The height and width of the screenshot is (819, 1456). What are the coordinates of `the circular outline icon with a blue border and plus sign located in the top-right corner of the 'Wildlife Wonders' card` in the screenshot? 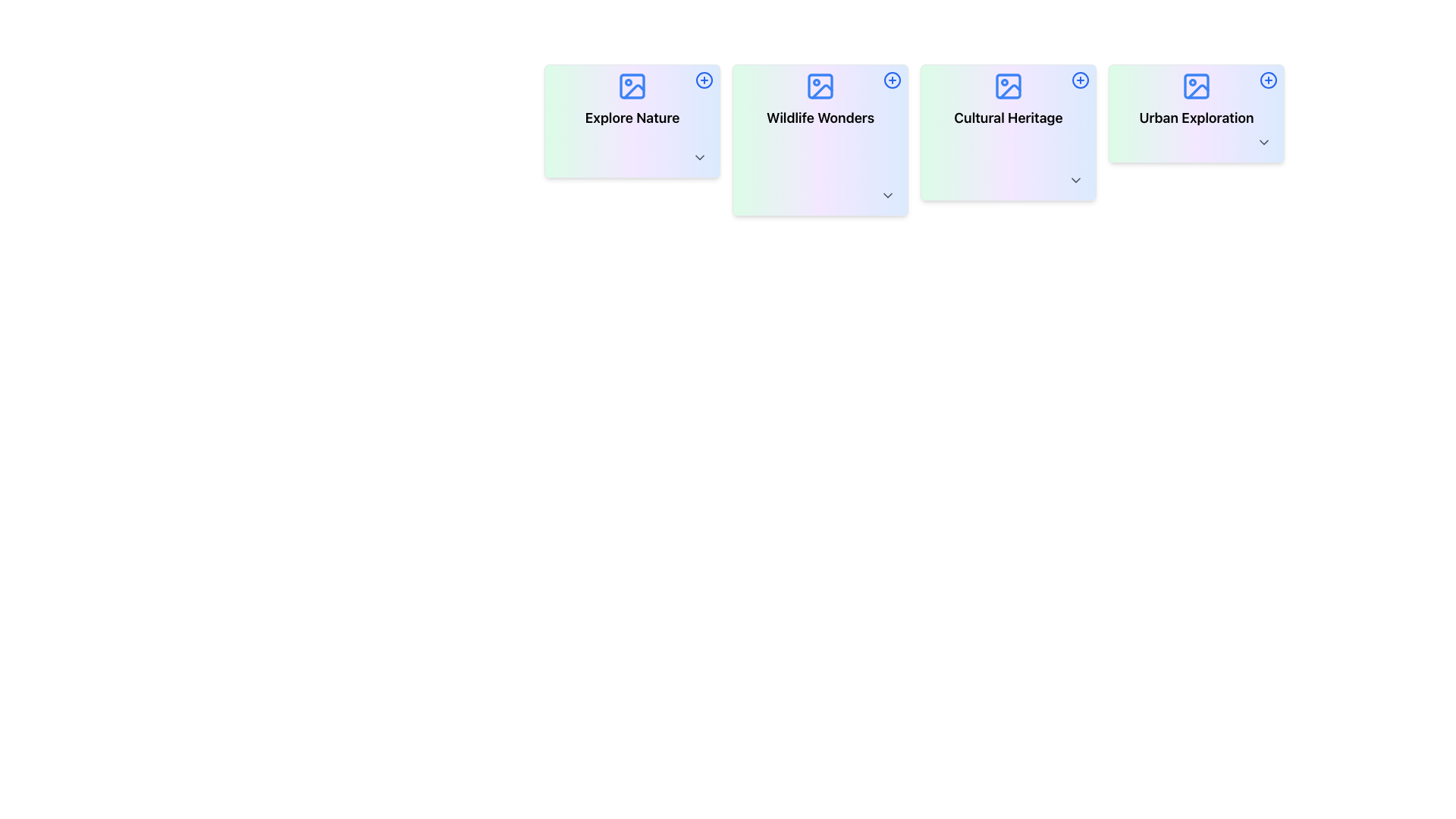 It's located at (892, 80).